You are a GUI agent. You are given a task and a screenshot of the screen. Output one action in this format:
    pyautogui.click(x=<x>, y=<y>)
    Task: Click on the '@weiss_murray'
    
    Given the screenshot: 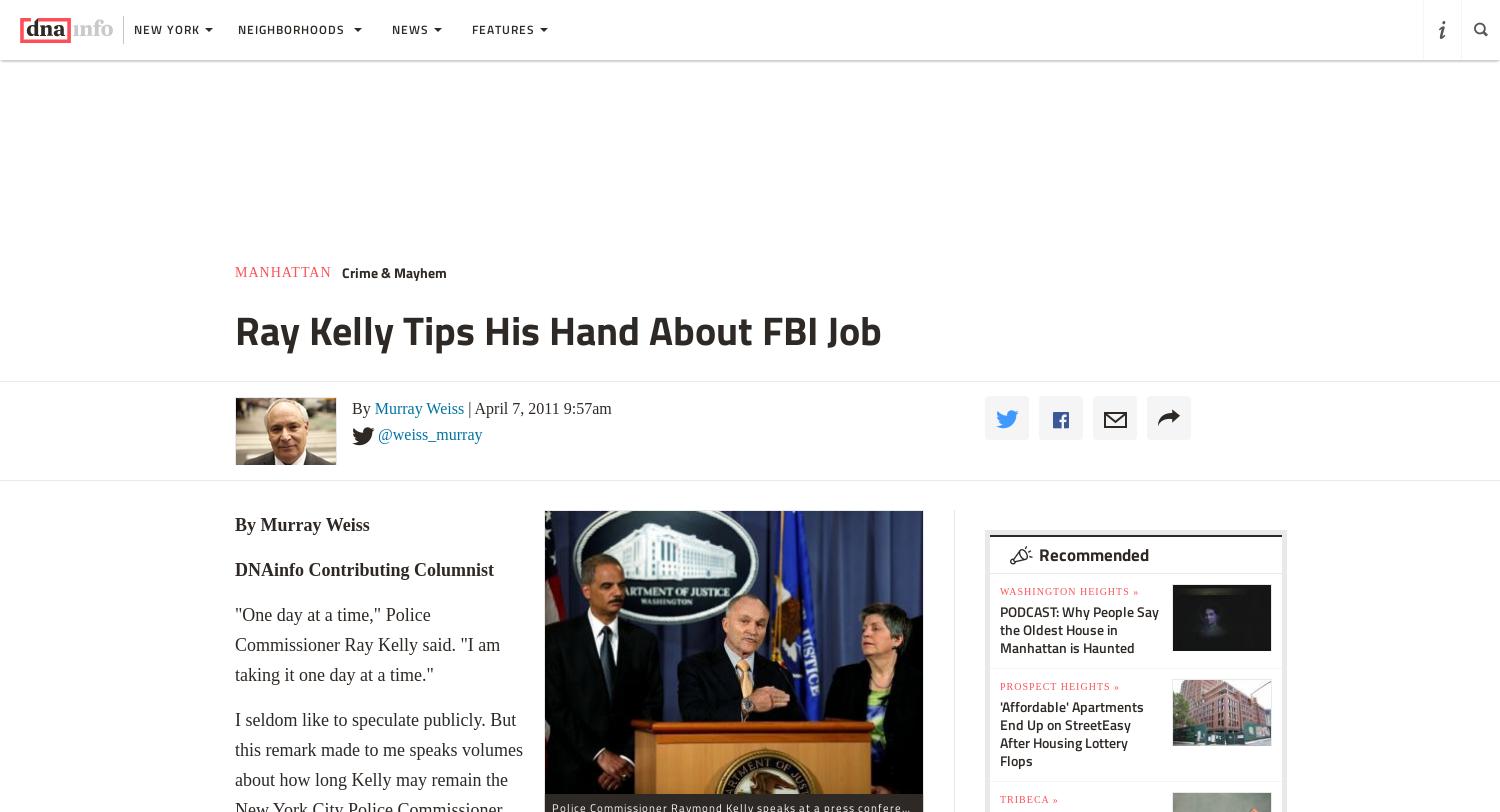 What is the action you would take?
    pyautogui.click(x=430, y=433)
    